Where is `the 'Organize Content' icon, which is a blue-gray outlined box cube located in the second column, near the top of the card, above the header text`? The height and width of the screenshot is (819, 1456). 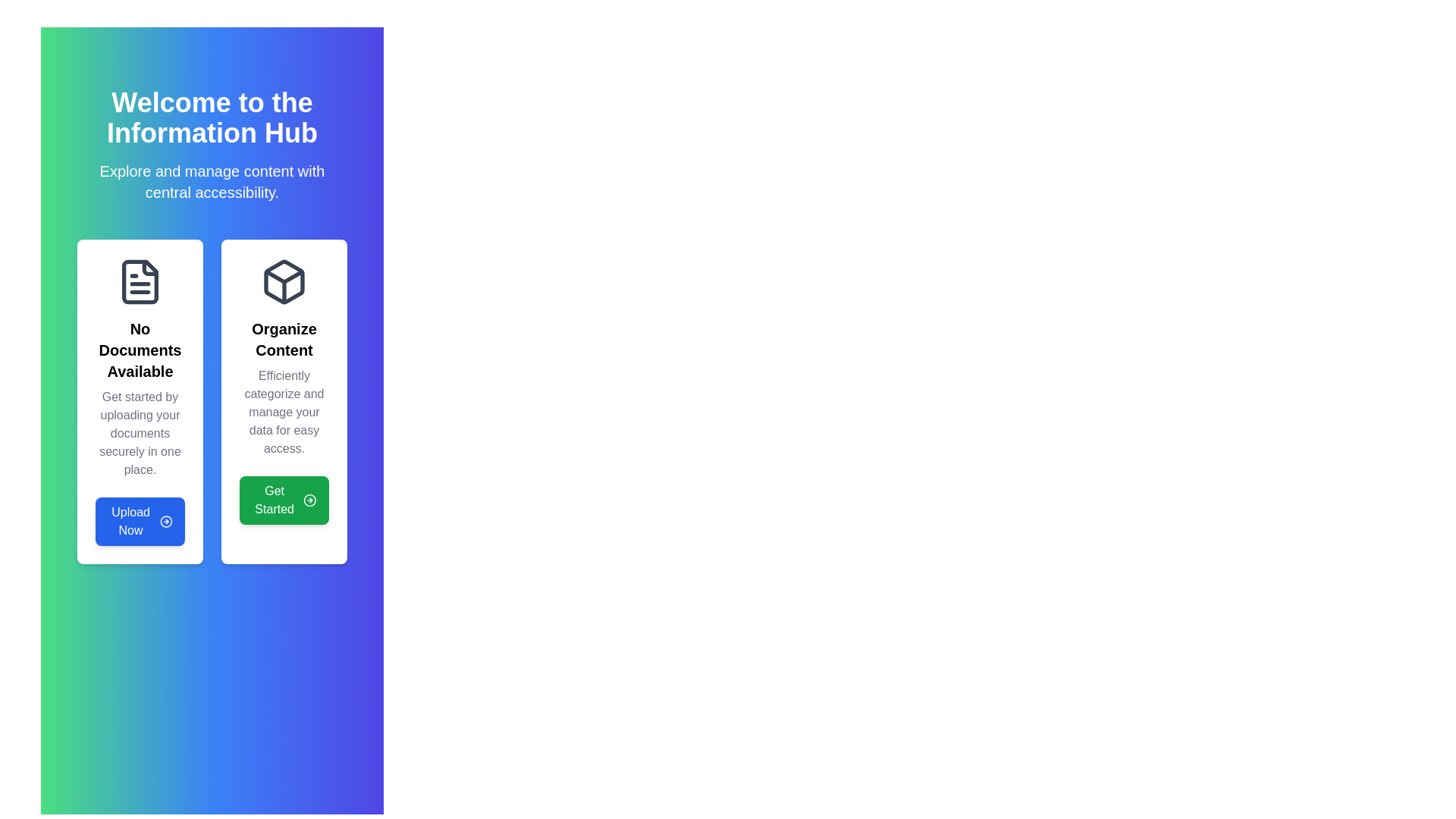
the 'Organize Content' icon, which is a blue-gray outlined box cube located in the second column, near the top of the card, above the header text is located at coordinates (284, 281).